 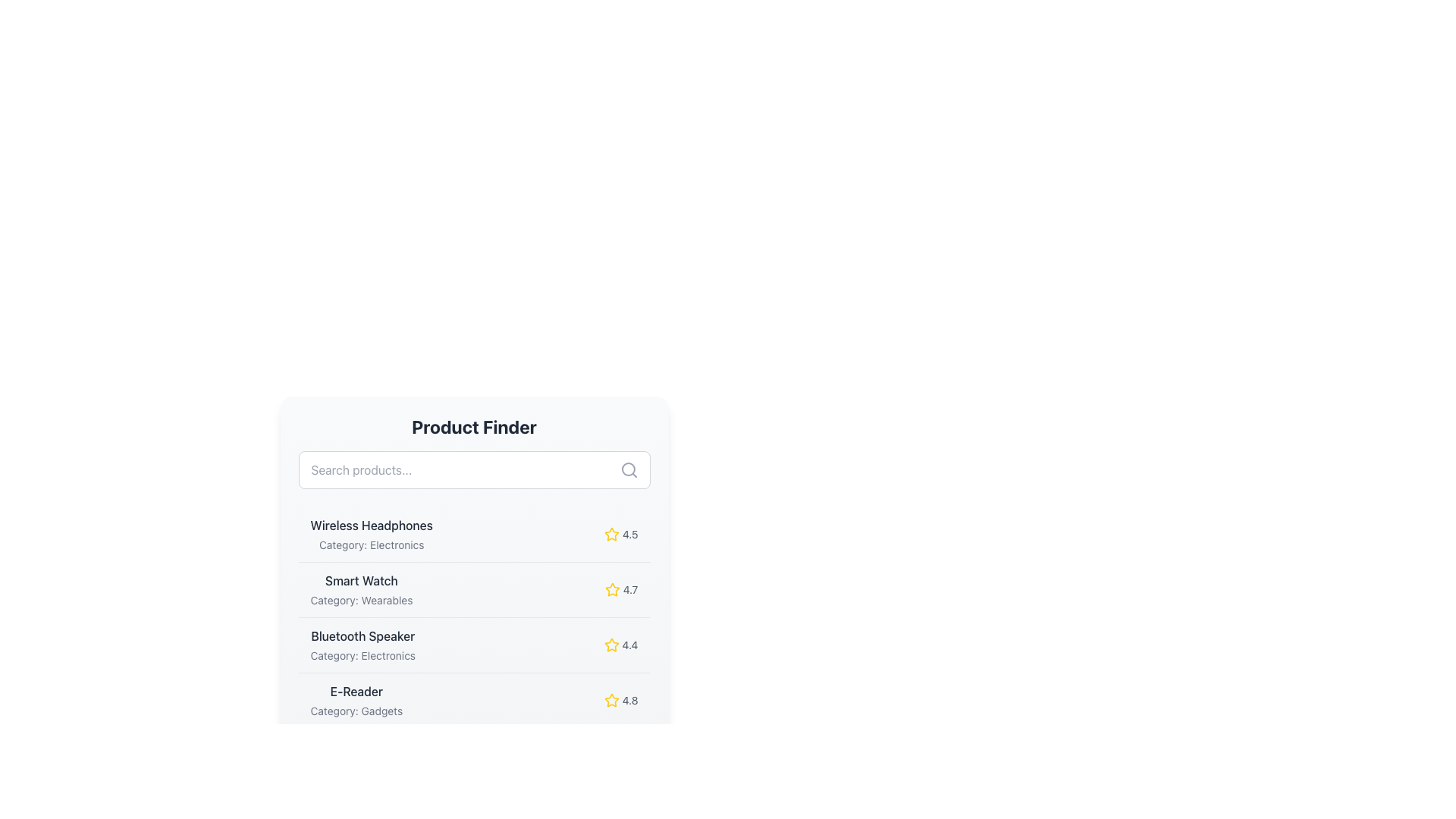 What do you see at coordinates (621, 645) in the screenshot?
I see `the Rating indicator for the Bluetooth Speaker, which consists of a yellow star icon followed by the numerical text '4.4' in gray color` at bounding box center [621, 645].